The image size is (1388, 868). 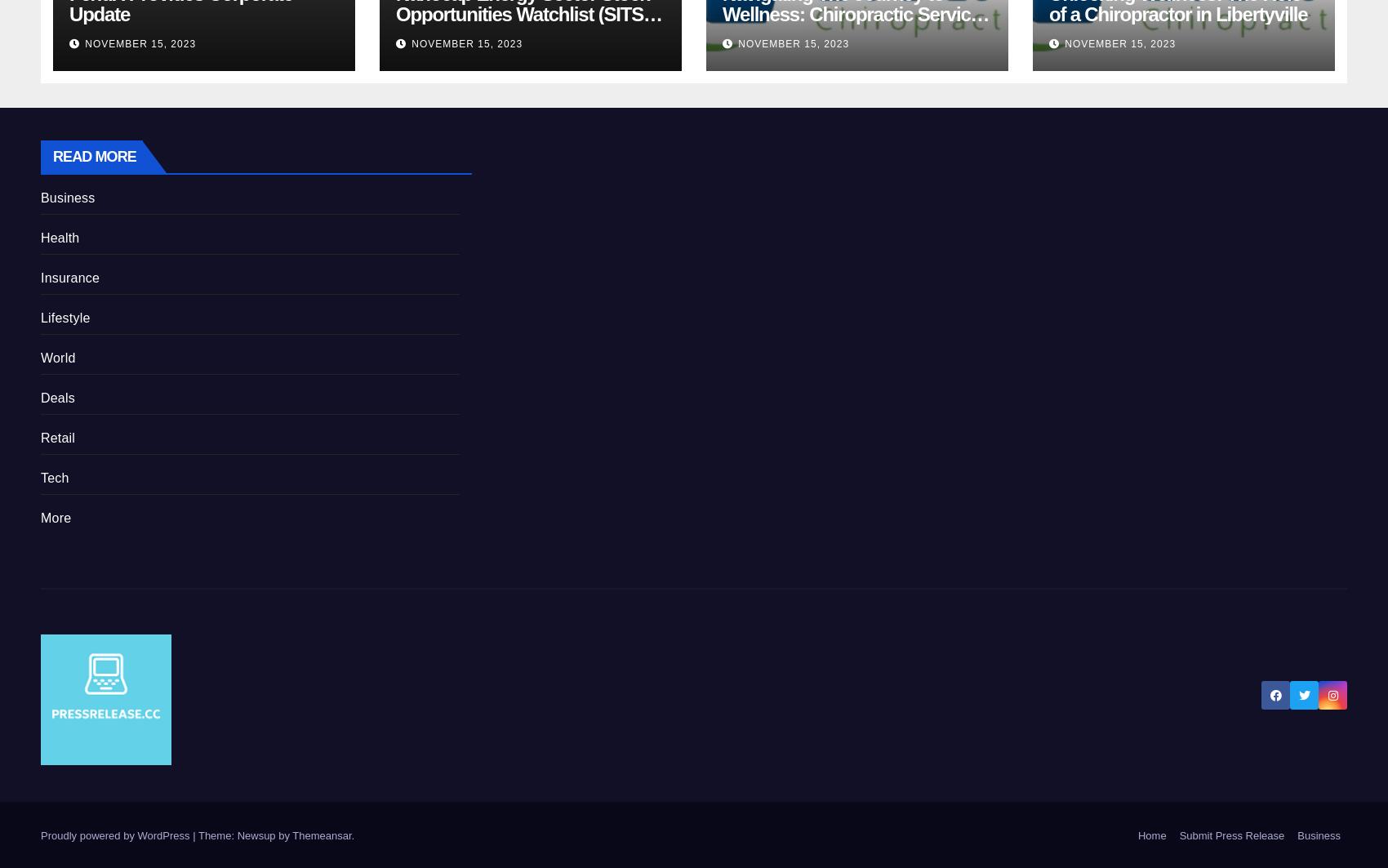 What do you see at coordinates (54, 476) in the screenshot?
I see `'Tech'` at bounding box center [54, 476].